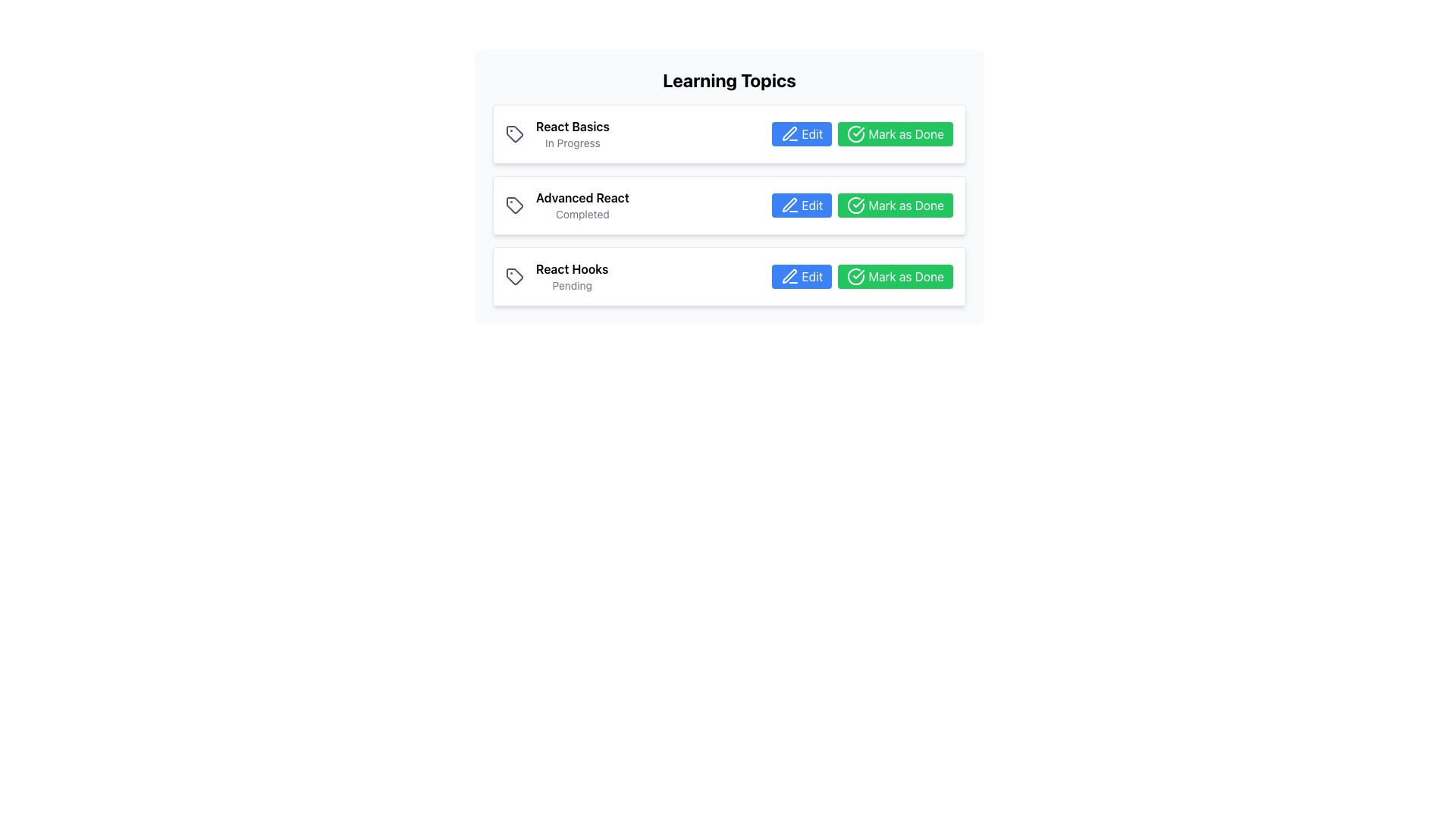  What do you see at coordinates (862, 205) in the screenshot?
I see `the blue 'Edit' button located on the right side of the 'Advanced React' topic row` at bounding box center [862, 205].